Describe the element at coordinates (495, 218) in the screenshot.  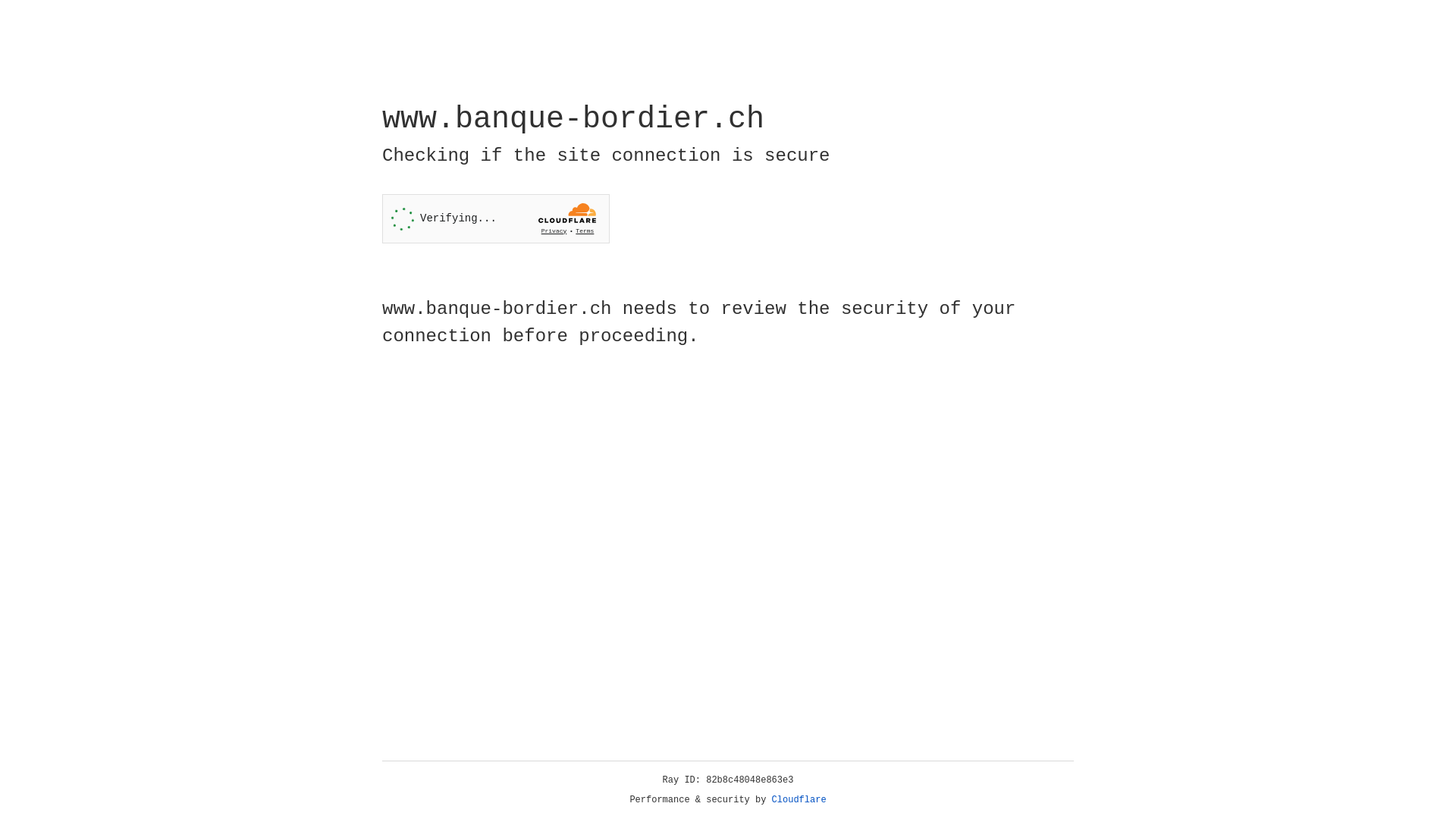
I see `'Widget containing a Cloudflare security challenge'` at that location.